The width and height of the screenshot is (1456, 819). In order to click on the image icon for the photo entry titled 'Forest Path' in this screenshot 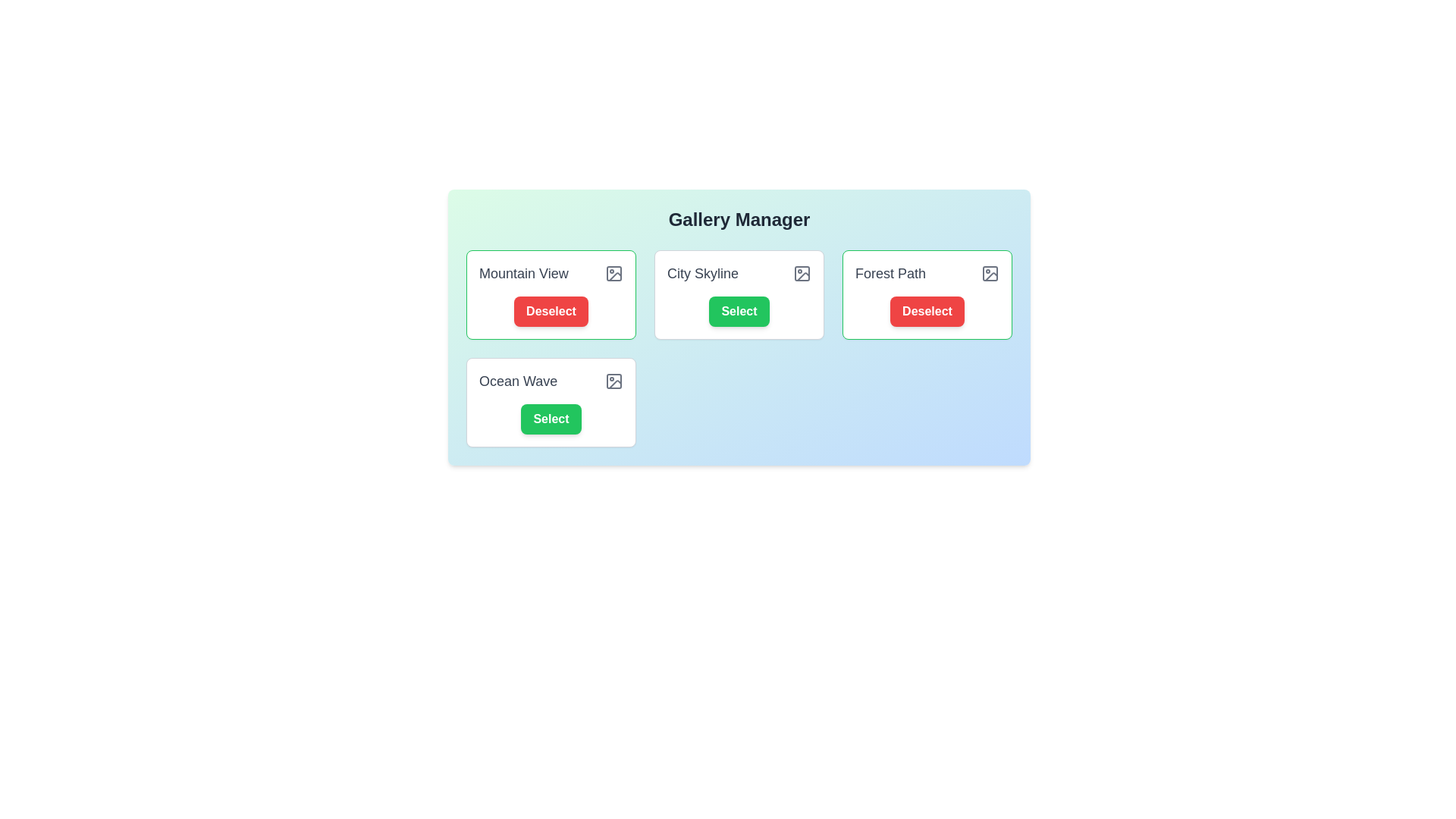, I will do `click(990, 274)`.